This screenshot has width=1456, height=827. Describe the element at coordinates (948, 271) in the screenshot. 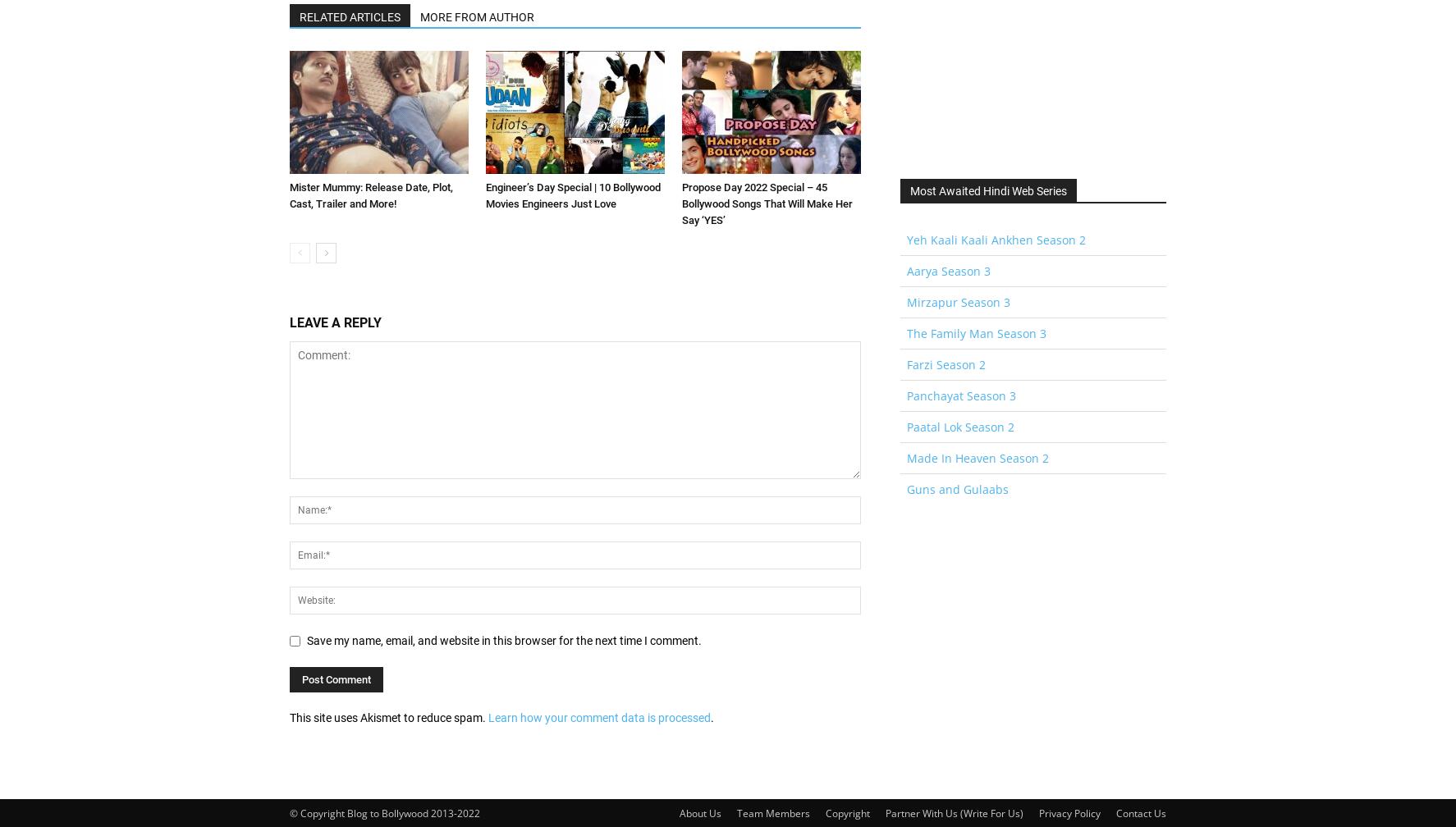

I see `'Aarya Season 3'` at that location.